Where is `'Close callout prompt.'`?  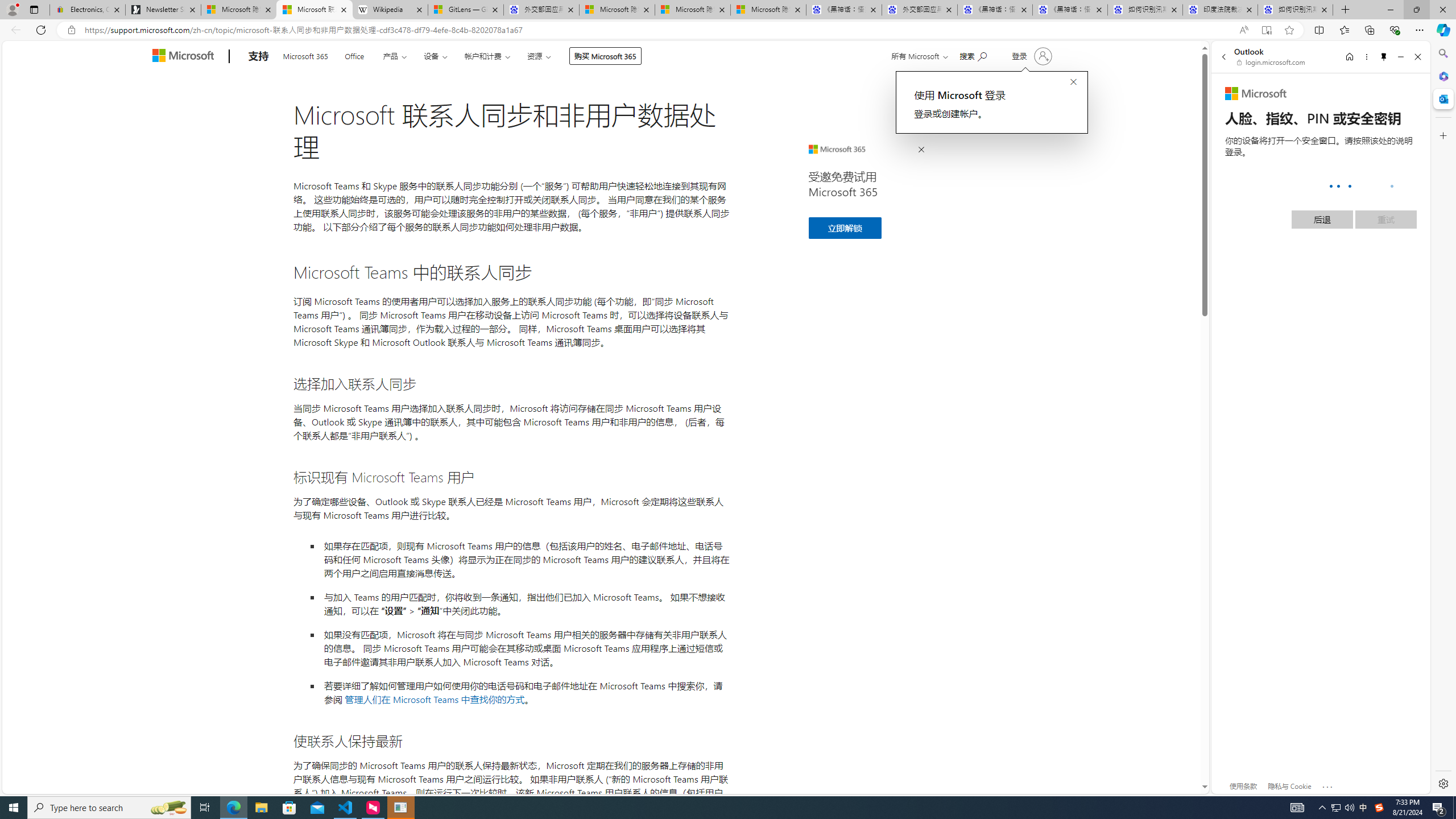
'Close callout prompt.' is located at coordinates (1073, 82).